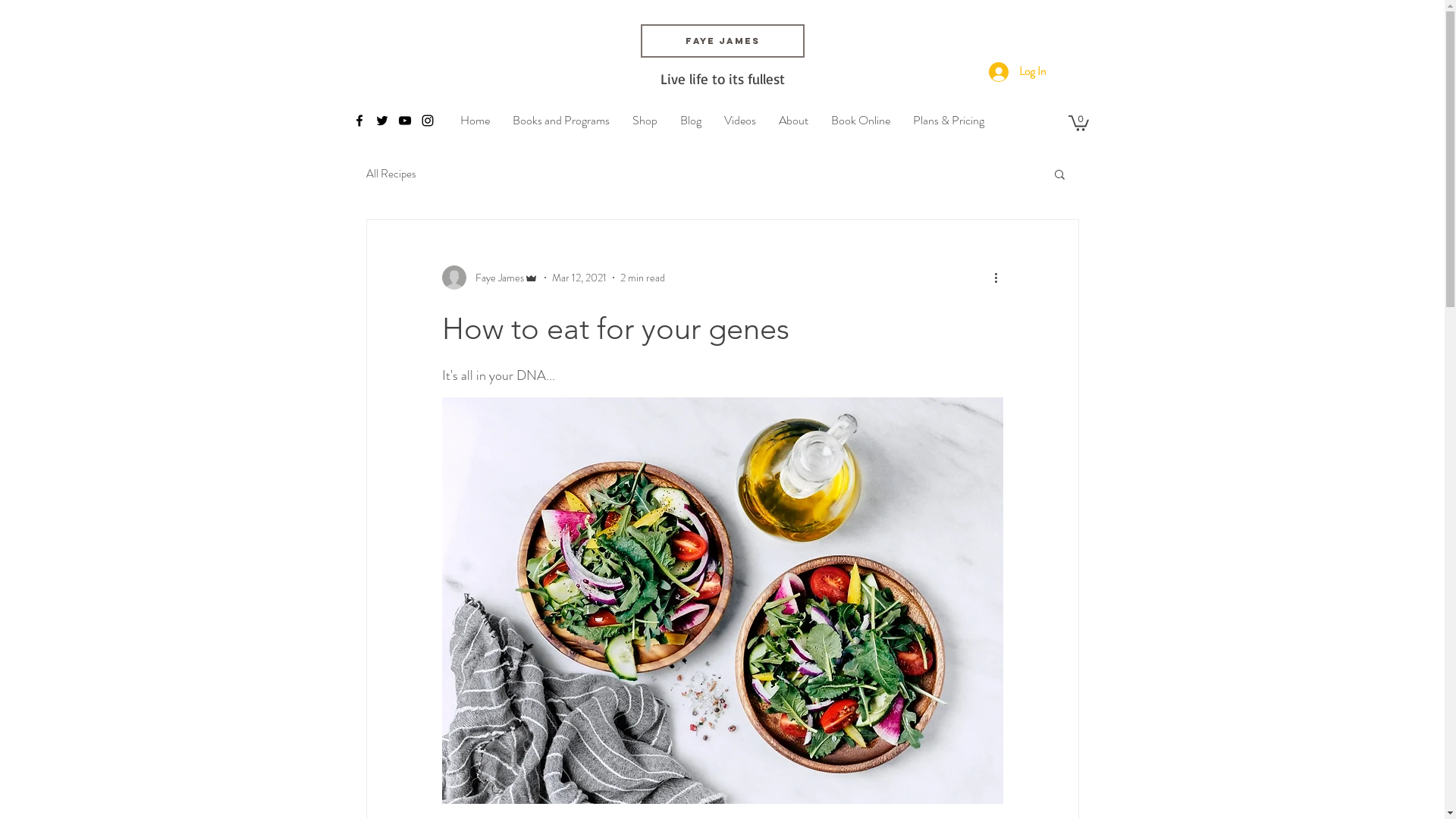 The height and width of the screenshot is (819, 1456). Describe the element at coordinates (978, 72) in the screenshot. I see `'Log In'` at that location.